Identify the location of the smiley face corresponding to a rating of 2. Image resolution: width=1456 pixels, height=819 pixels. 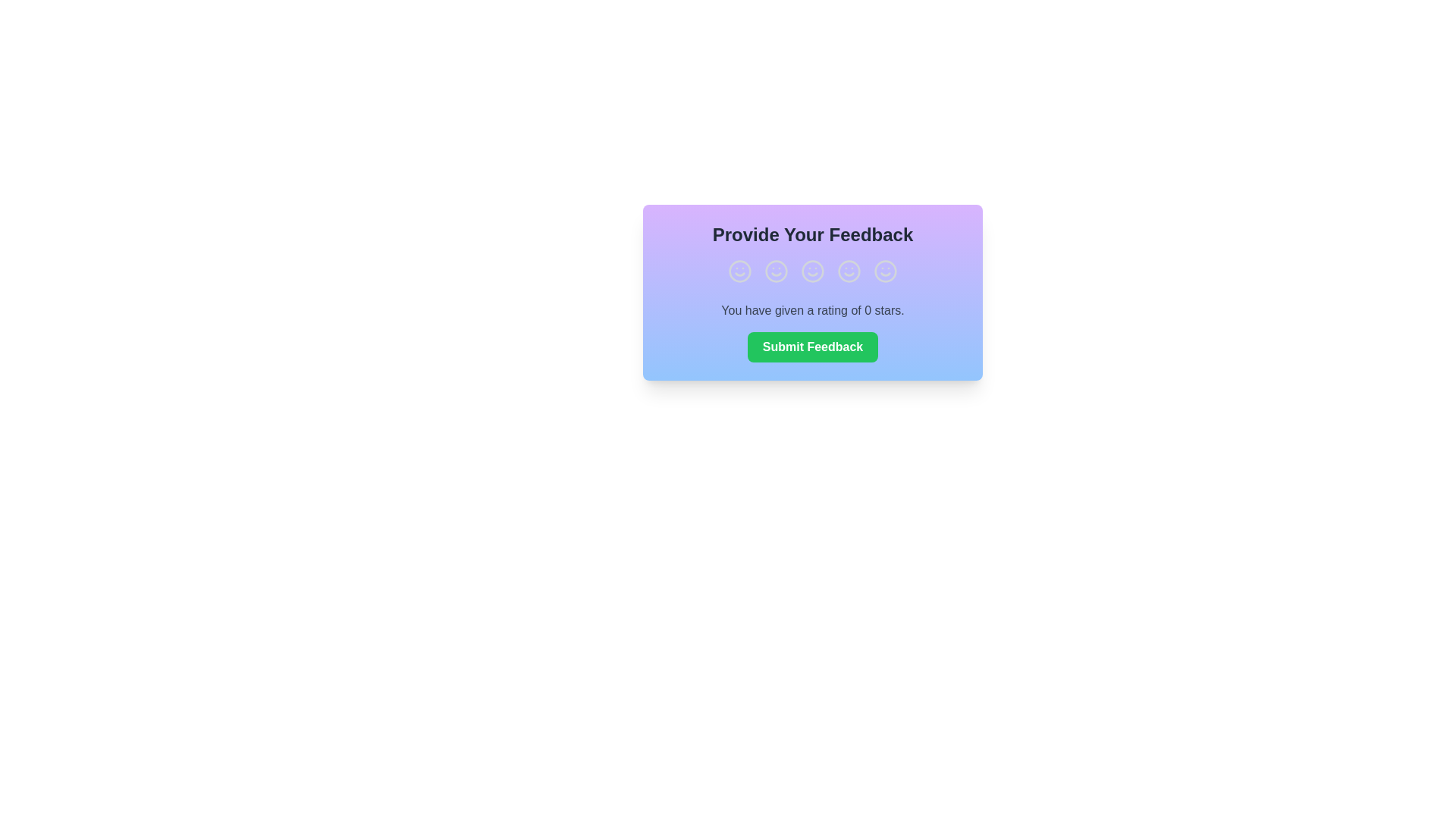
(776, 271).